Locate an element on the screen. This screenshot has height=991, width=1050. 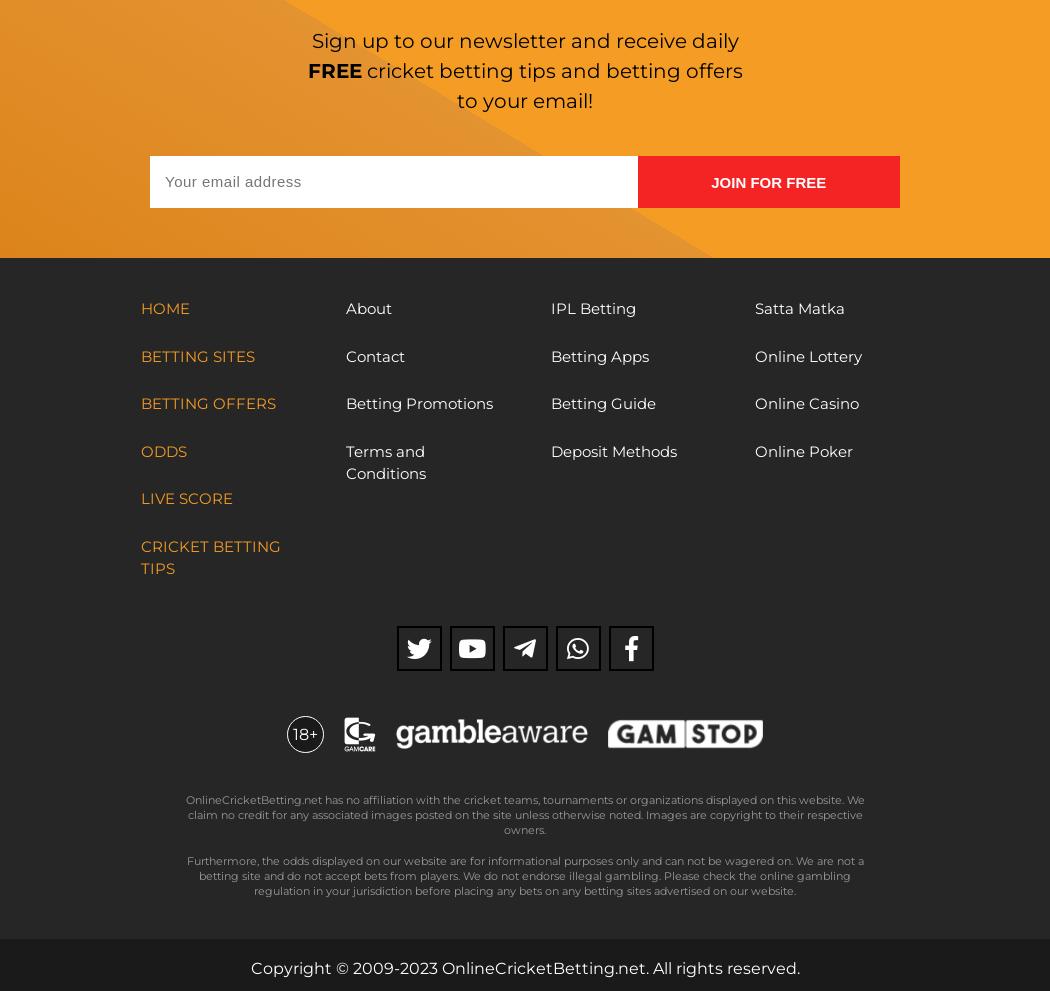
'Furthermore, the odds displayed on our website are for informational purposes only and can not be wagered on. We are not a betting site and do not accept bets from players. We do not endorse illegal gambling. Please check the online gambling regulation in your jurisdiction before placing any bets on any betting sites advertised on our website.' is located at coordinates (523, 876).